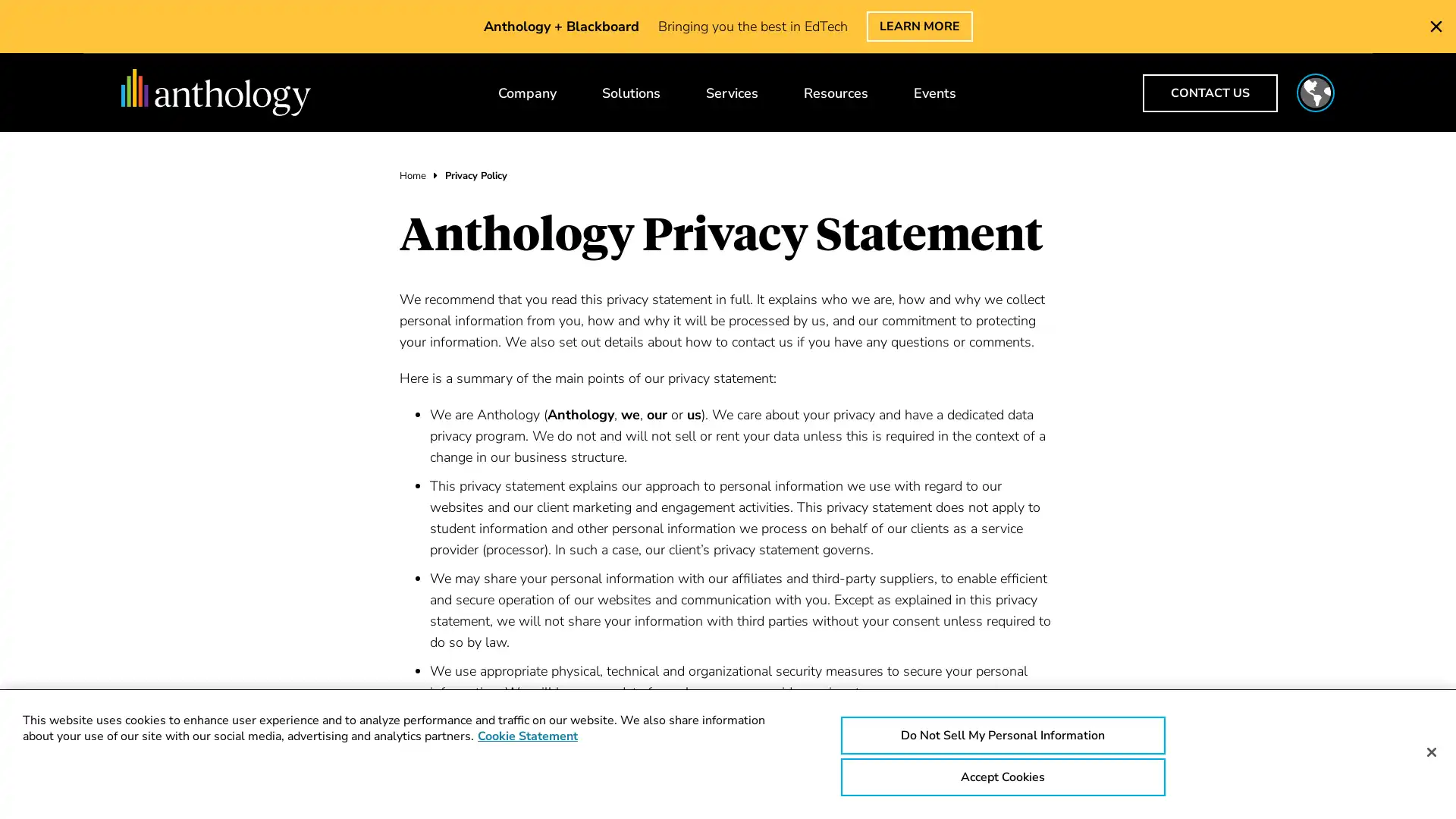 The height and width of the screenshot is (819, 1456). What do you see at coordinates (1002, 777) in the screenshot?
I see `Accept Cookies` at bounding box center [1002, 777].